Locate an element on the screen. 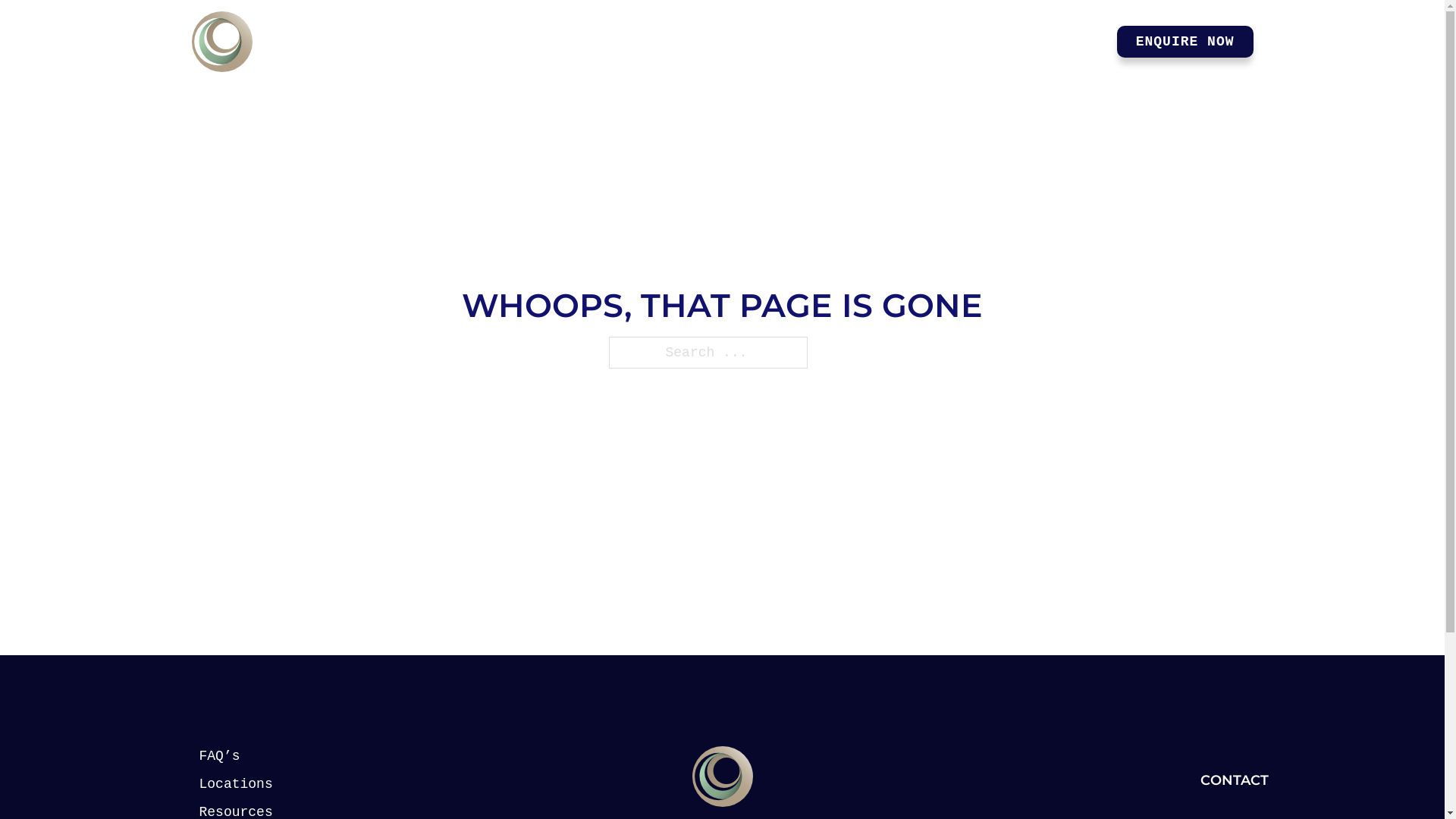  'HOME' is located at coordinates (672, 41).